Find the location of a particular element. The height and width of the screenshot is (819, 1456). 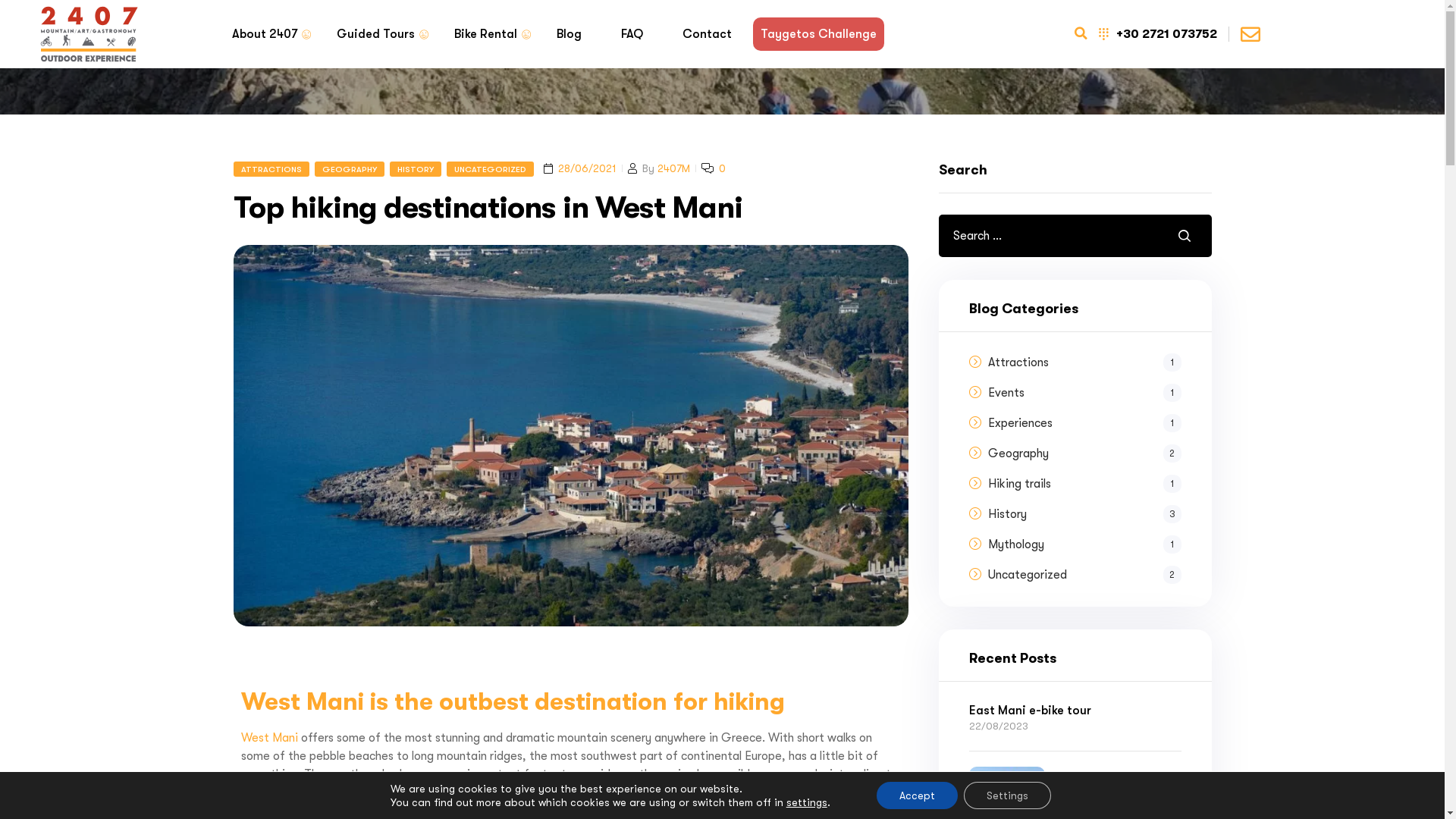

'West Mani' is located at coordinates (269, 736).